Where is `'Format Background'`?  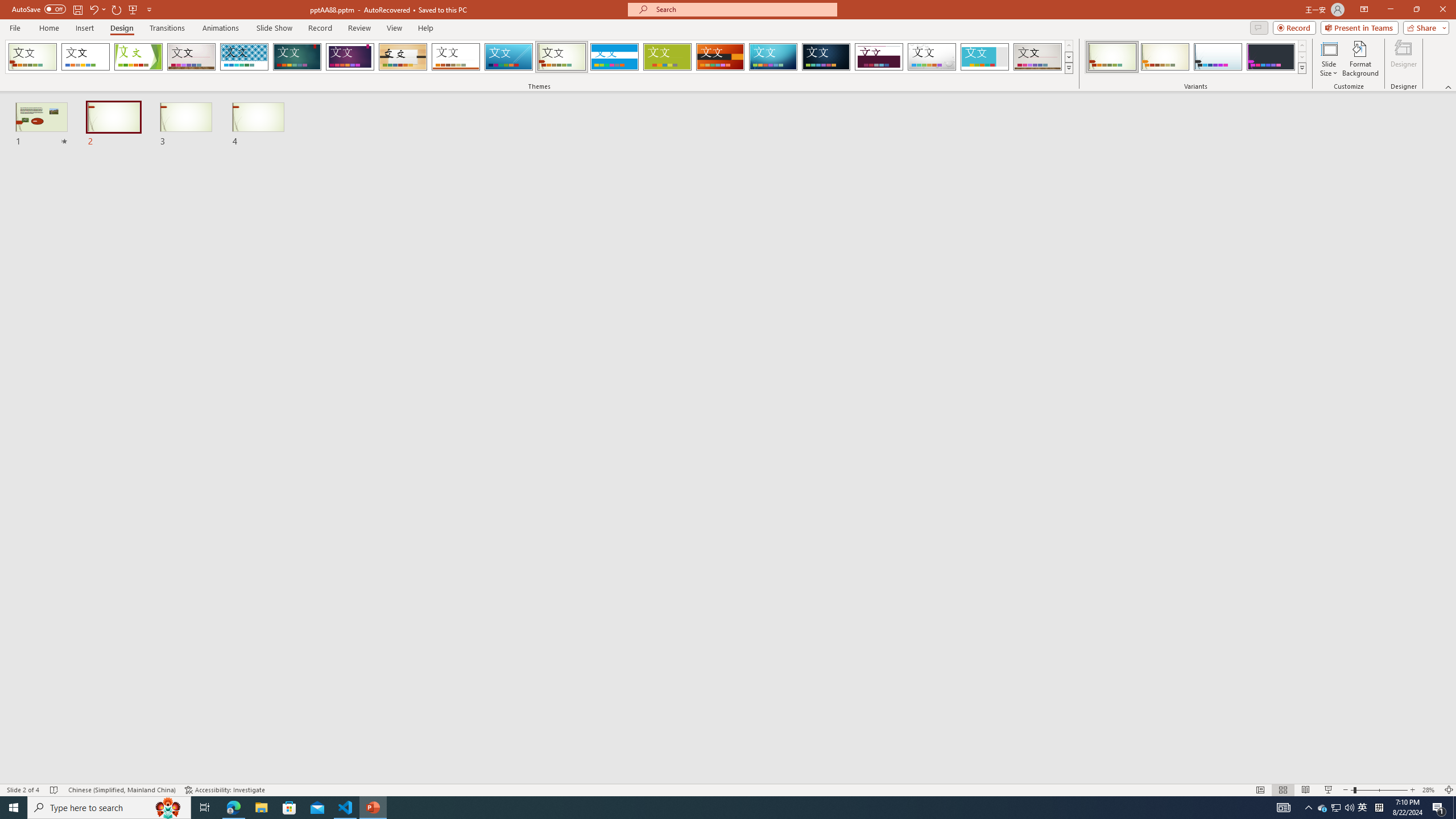
'Format Background' is located at coordinates (1360, 59).